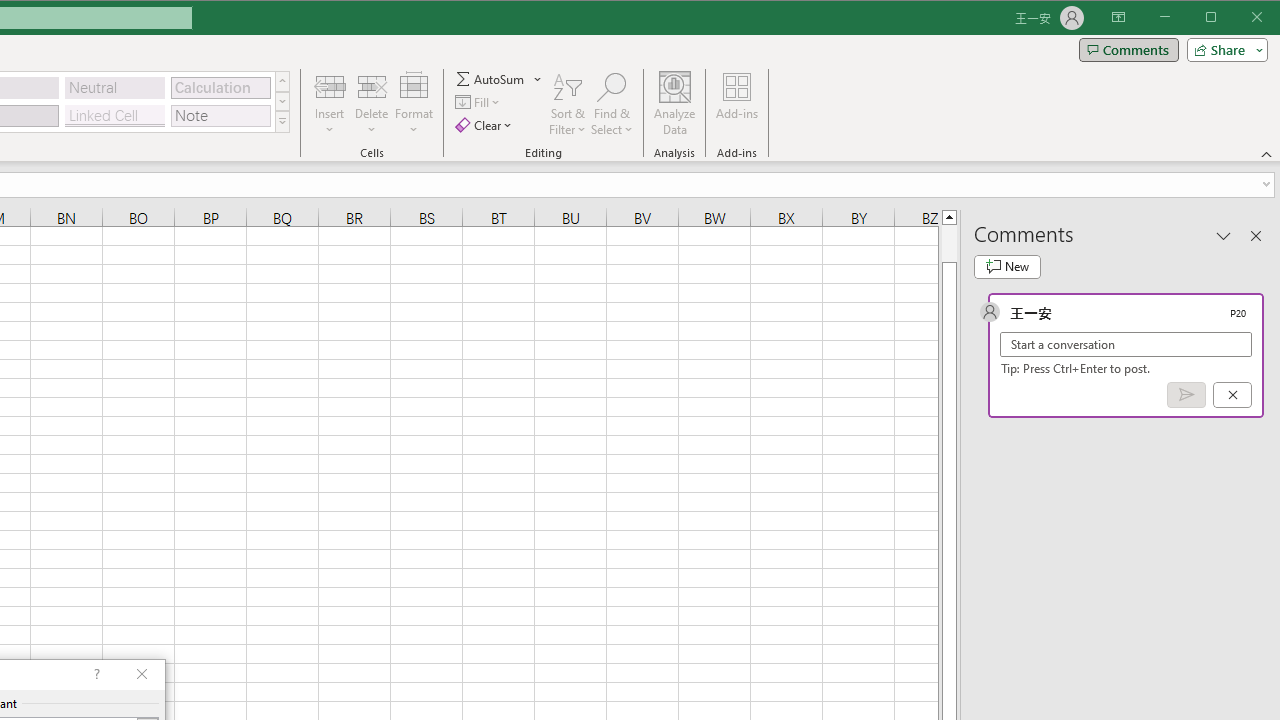 The width and height of the screenshot is (1280, 720). Describe the element at coordinates (113, 116) in the screenshot. I see `'Linked Cell'` at that location.